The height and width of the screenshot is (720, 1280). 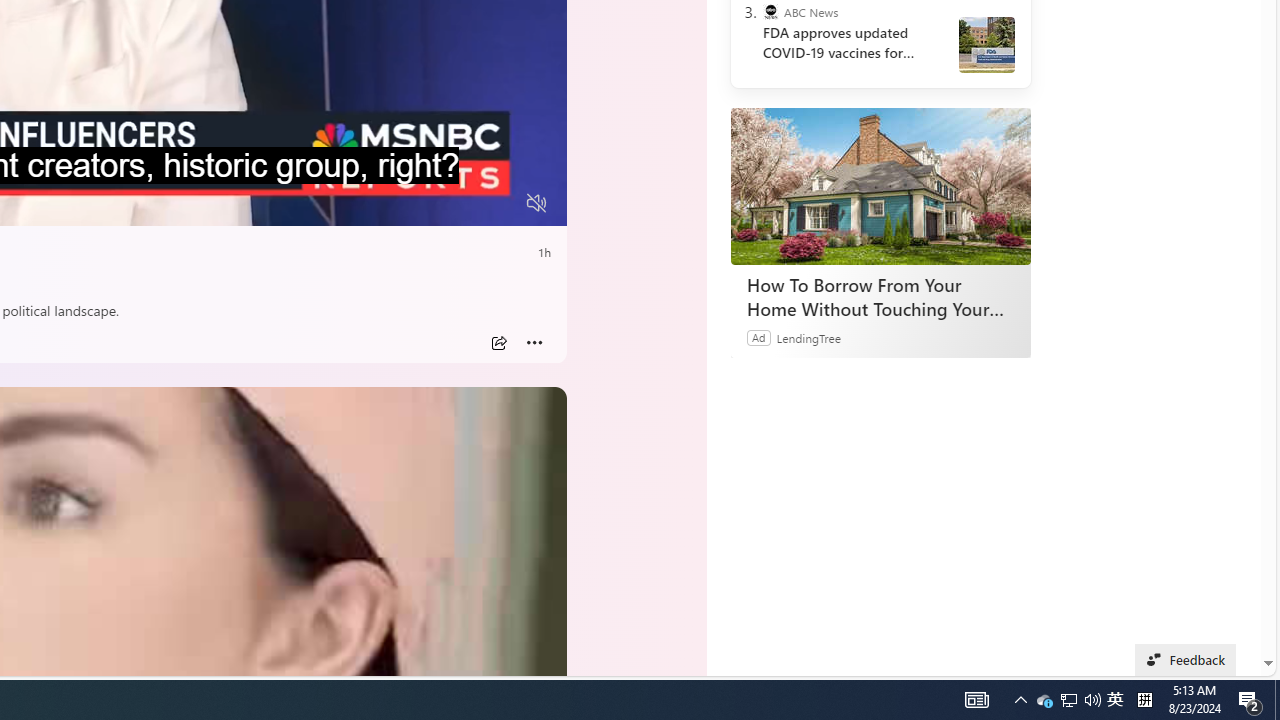 I want to click on 'ABC News', so click(x=769, y=12).